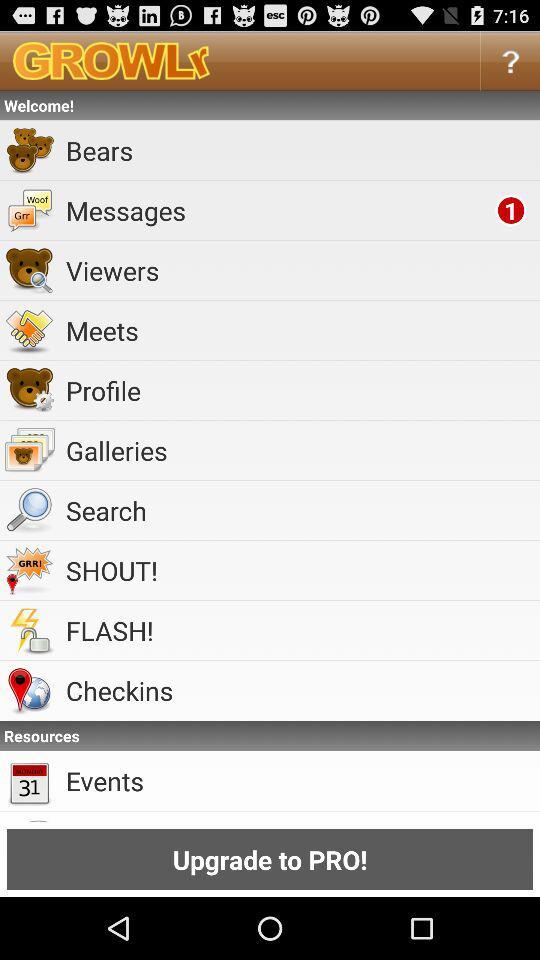 This screenshot has height=960, width=540. What do you see at coordinates (298, 149) in the screenshot?
I see `icon below the welcome! app` at bounding box center [298, 149].